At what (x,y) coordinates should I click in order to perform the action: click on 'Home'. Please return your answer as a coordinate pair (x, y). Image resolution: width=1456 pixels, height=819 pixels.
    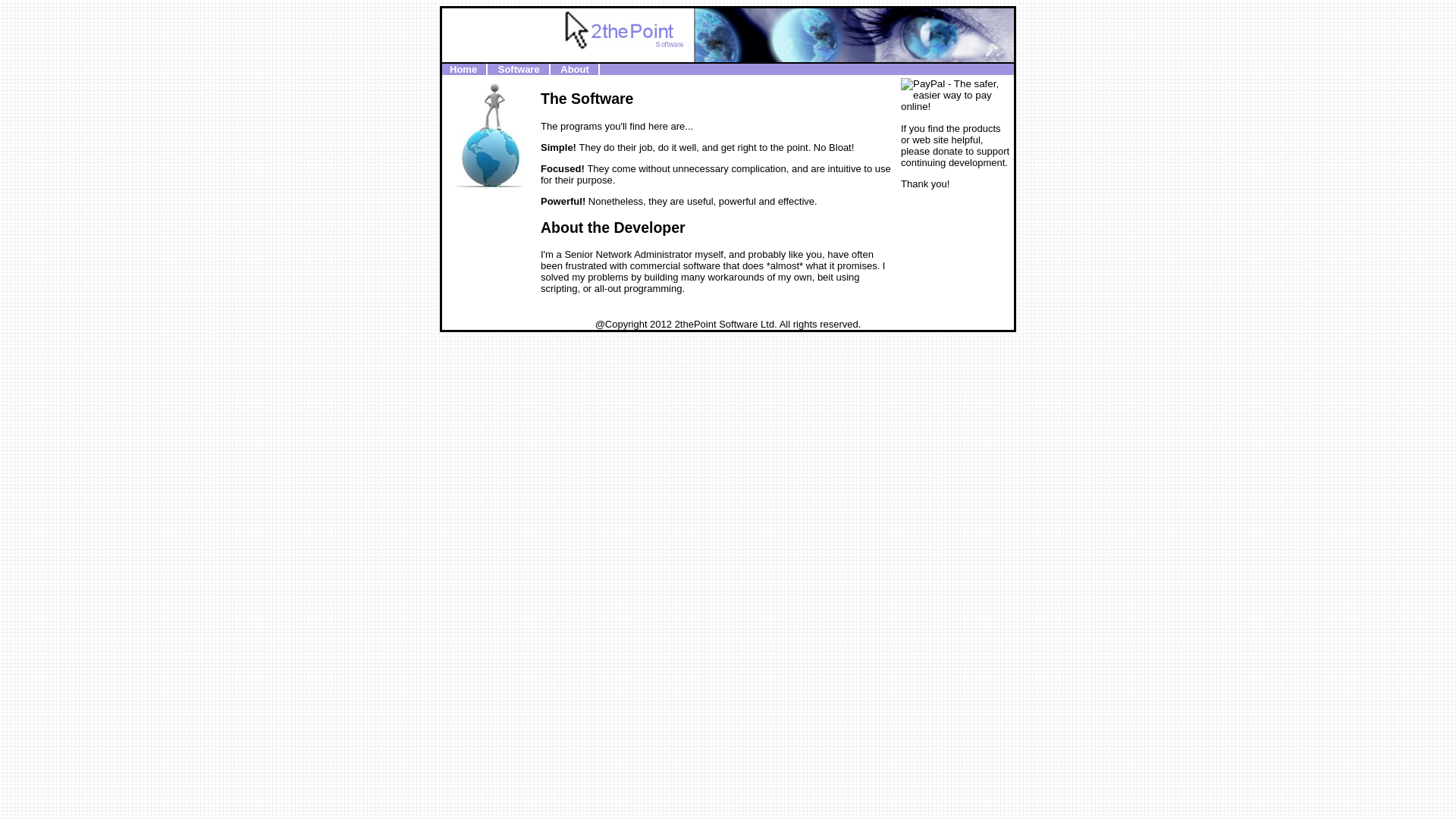
    Looking at the image, I should click on (462, 69).